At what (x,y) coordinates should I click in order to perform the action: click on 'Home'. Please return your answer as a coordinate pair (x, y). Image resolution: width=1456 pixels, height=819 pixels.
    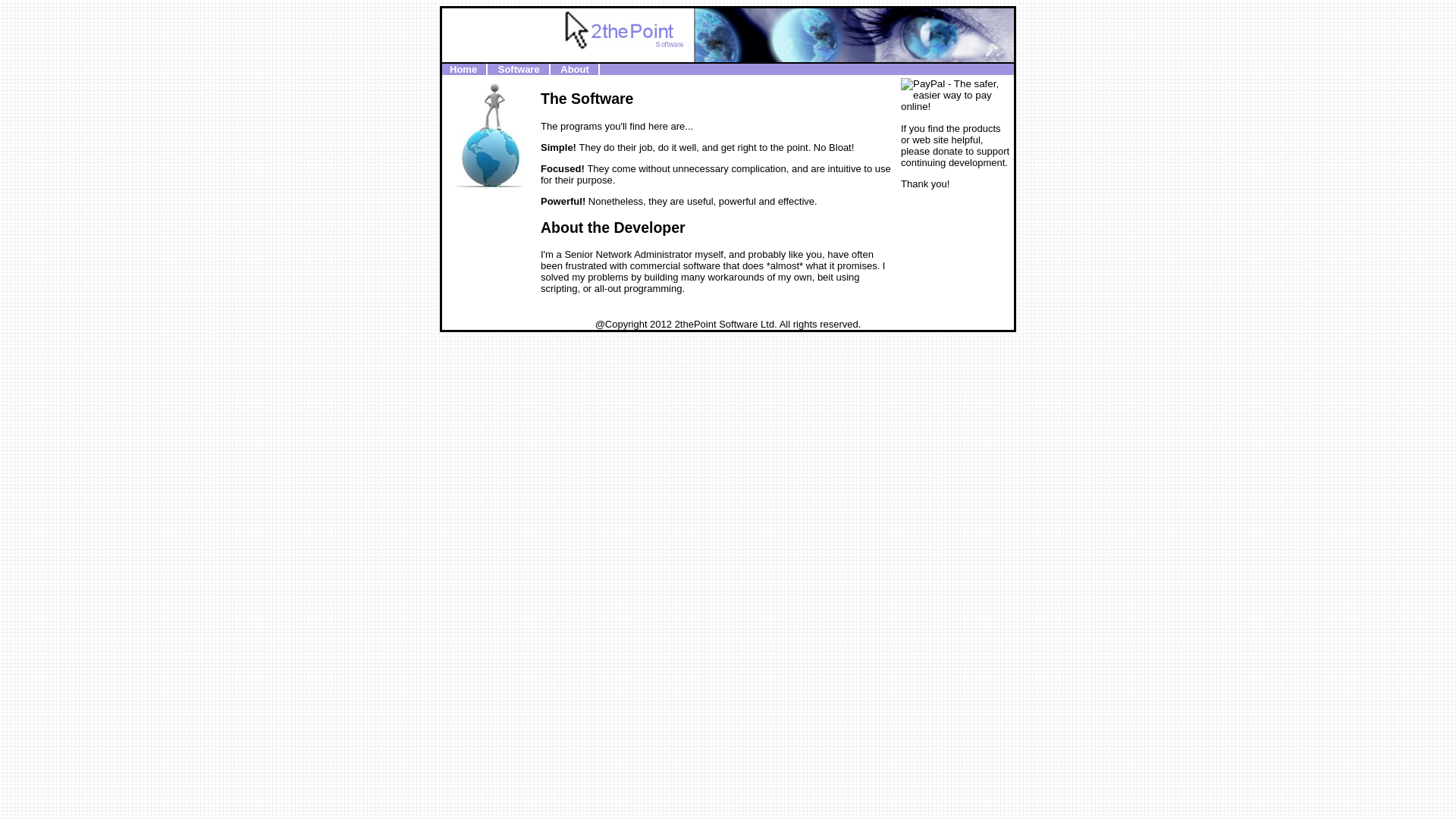
    Looking at the image, I should click on (462, 69).